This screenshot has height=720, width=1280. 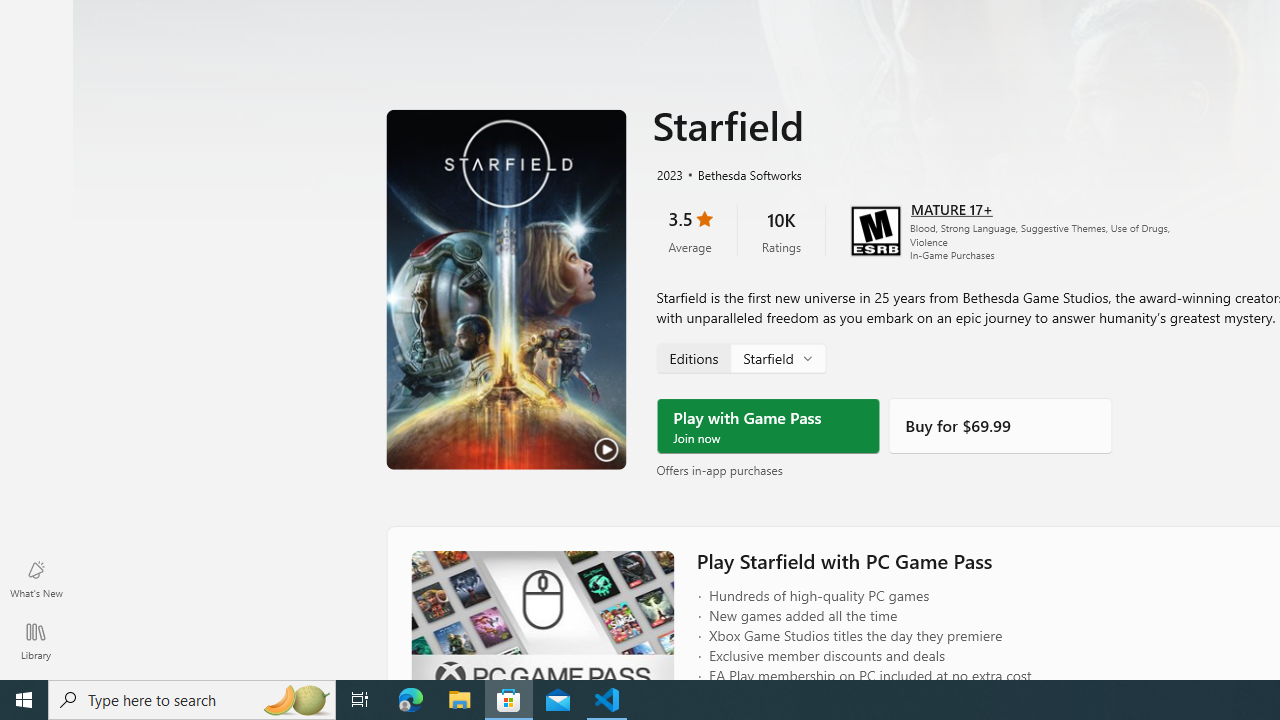 I want to click on 'Buy', so click(x=1000, y=425).